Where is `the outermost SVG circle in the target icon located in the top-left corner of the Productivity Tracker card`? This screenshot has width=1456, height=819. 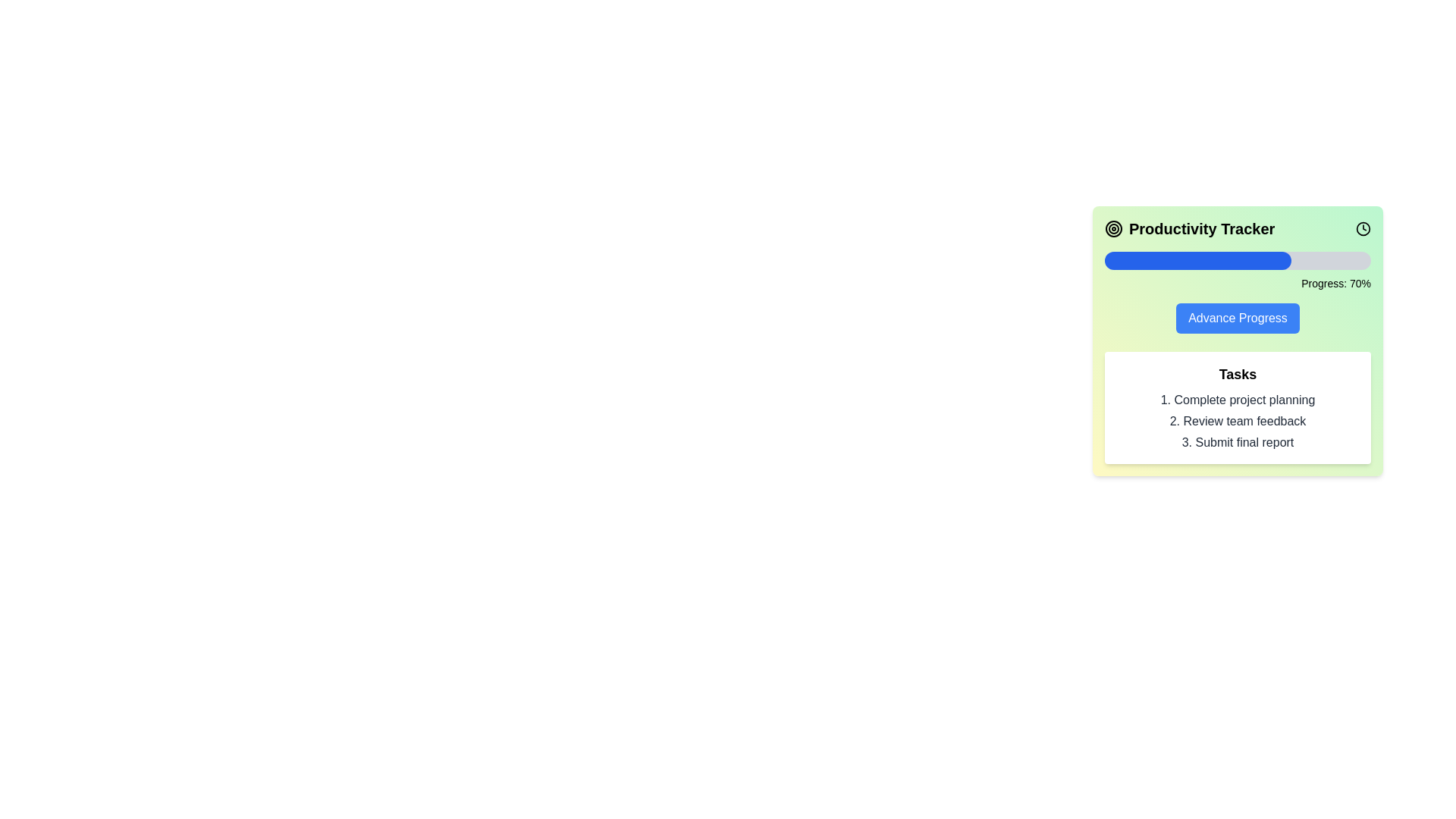
the outermost SVG circle in the target icon located in the top-left corner of the Productivity Tracker card is located at coordinates (1113, 228).